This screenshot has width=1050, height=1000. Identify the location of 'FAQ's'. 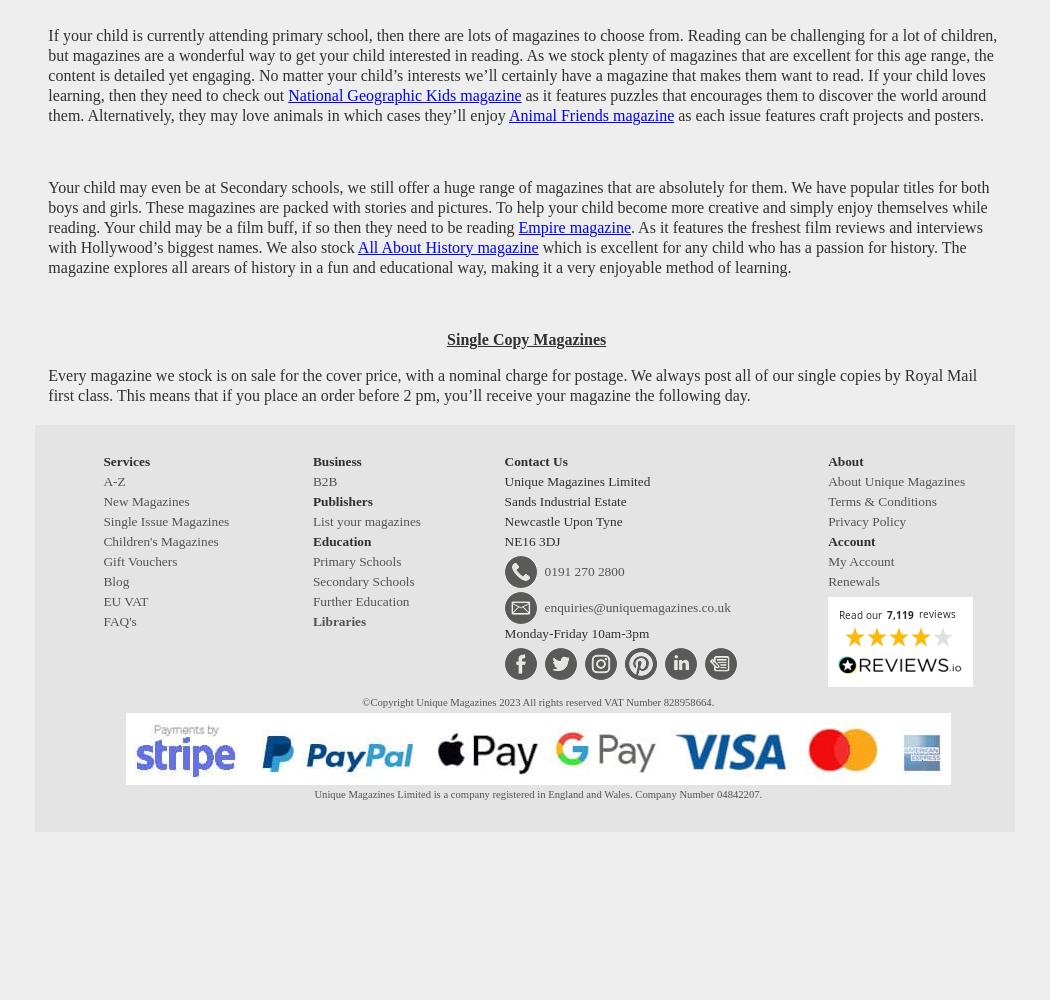
(118, 620).